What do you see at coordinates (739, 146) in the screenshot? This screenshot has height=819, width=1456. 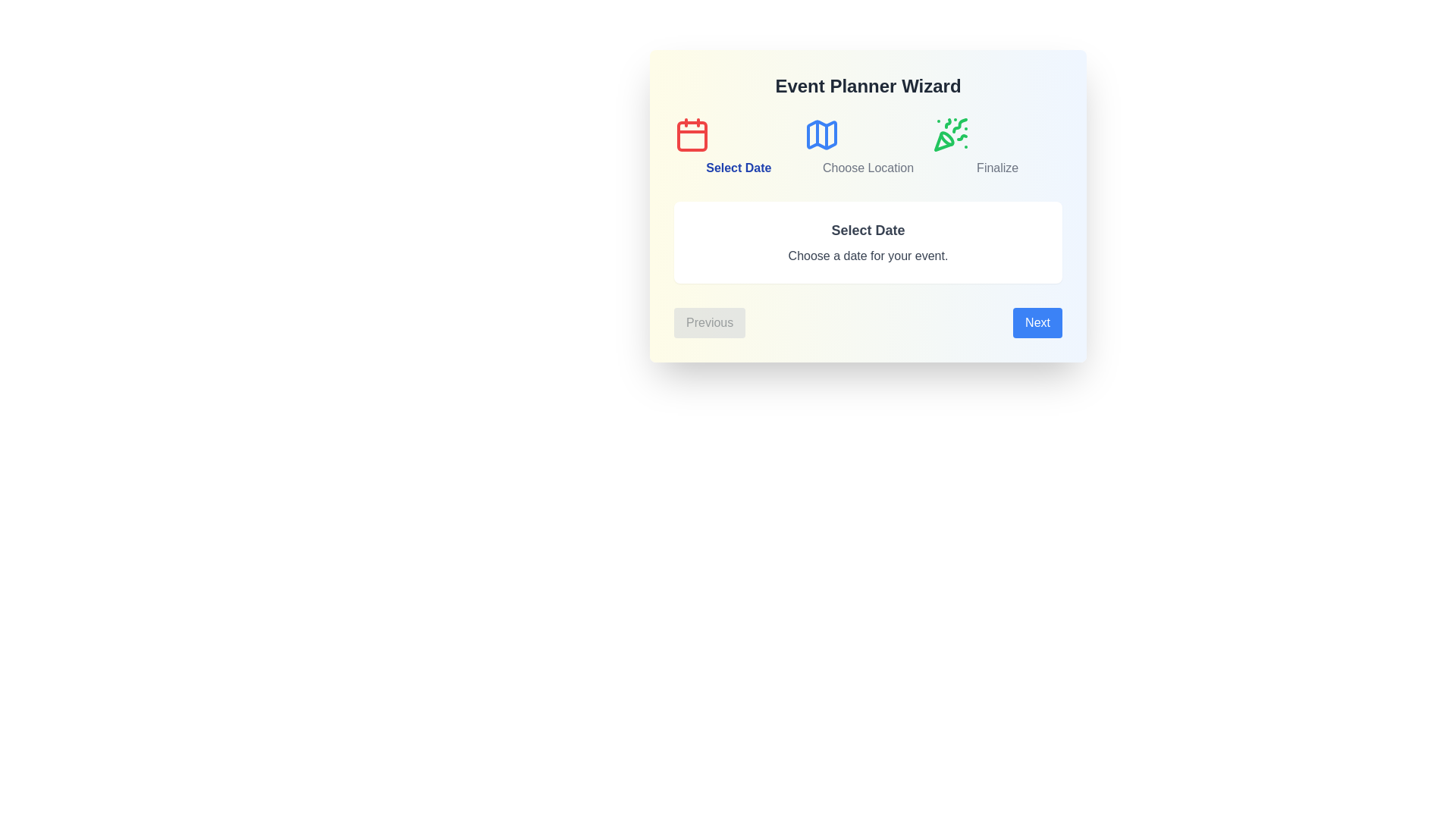 I see `the navigation step labeled Select Date to switch to the corresponding section` at bounding box center [739, 146].